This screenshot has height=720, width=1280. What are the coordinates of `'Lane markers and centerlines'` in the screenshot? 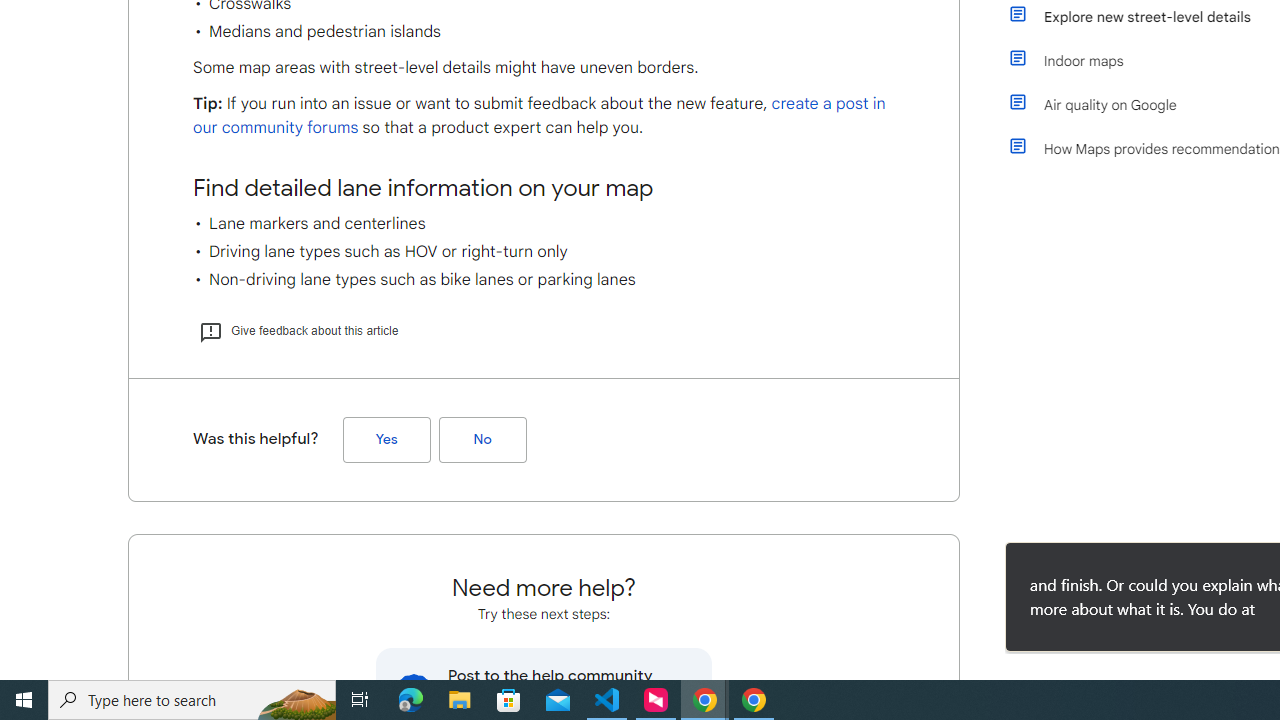 It's located at (544, 223).